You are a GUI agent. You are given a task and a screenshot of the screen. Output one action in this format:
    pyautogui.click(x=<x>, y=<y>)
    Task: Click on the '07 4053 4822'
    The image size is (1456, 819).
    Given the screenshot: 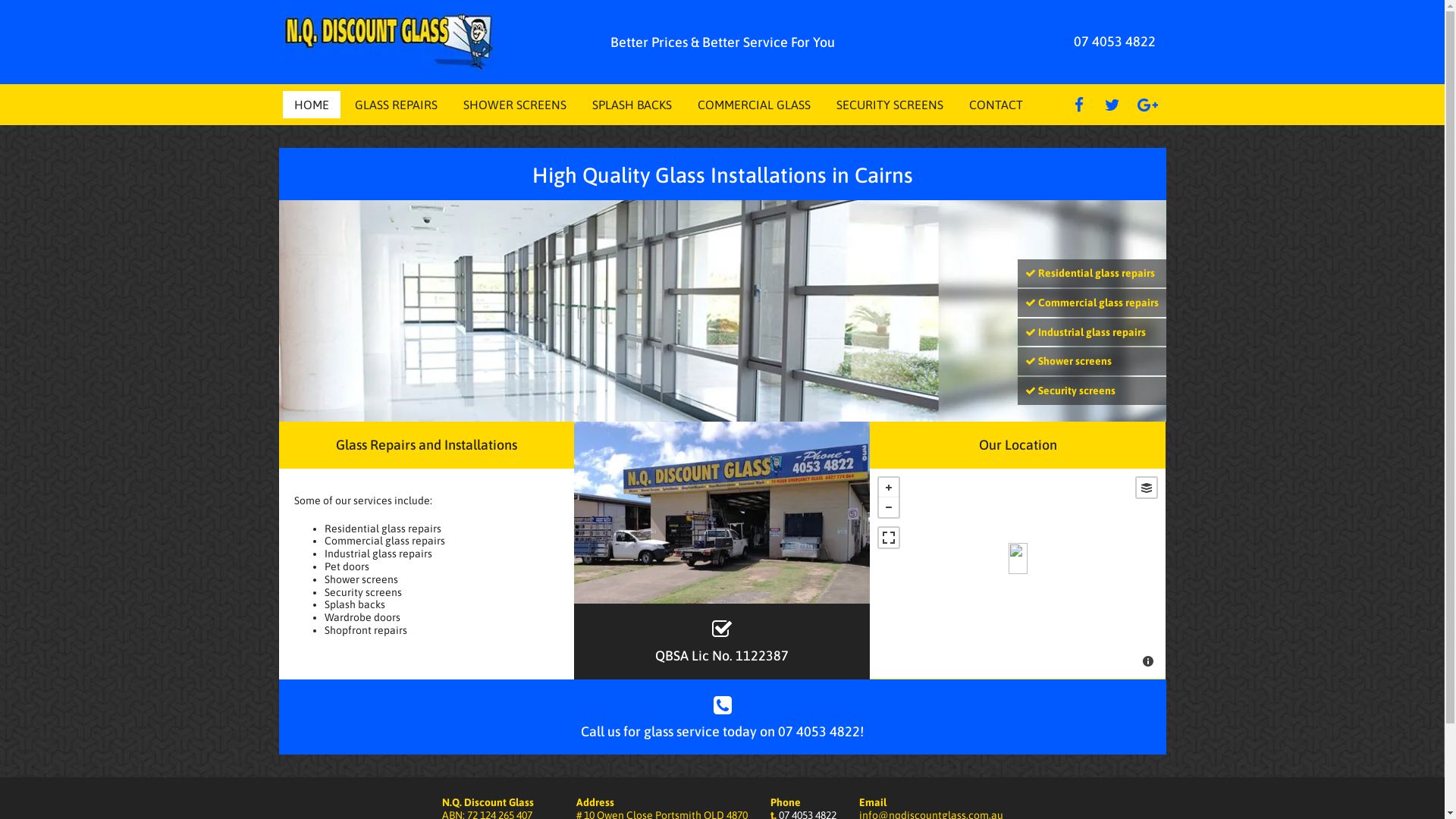 What is the action you would take?
    pyautogui.click(x=1114, y=40)
    